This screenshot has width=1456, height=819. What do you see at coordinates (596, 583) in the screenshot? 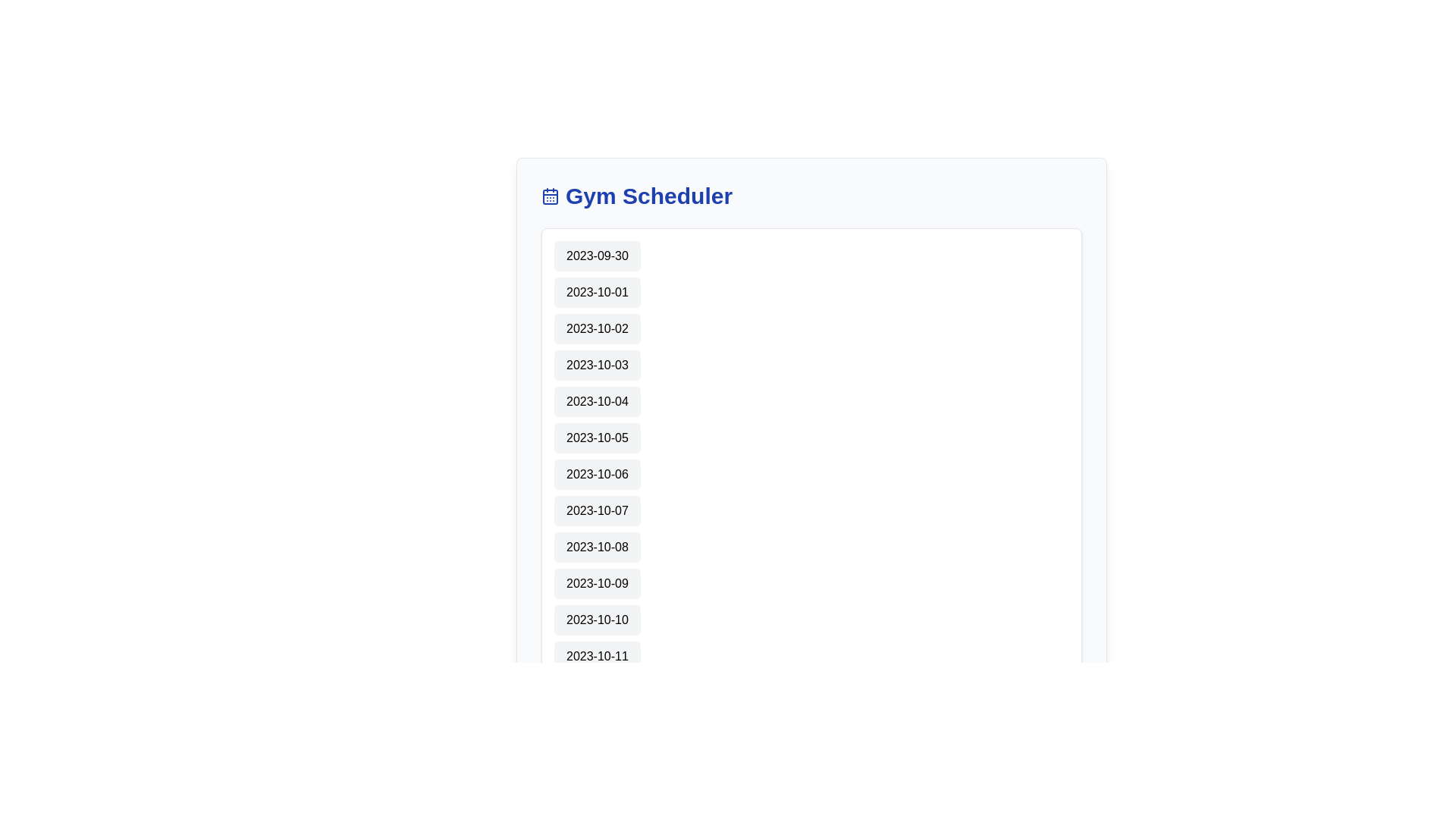
I see `the selectable date button for '2023-10-09' in the 'Gym Scheduler'` at bounding box center [596, 583].